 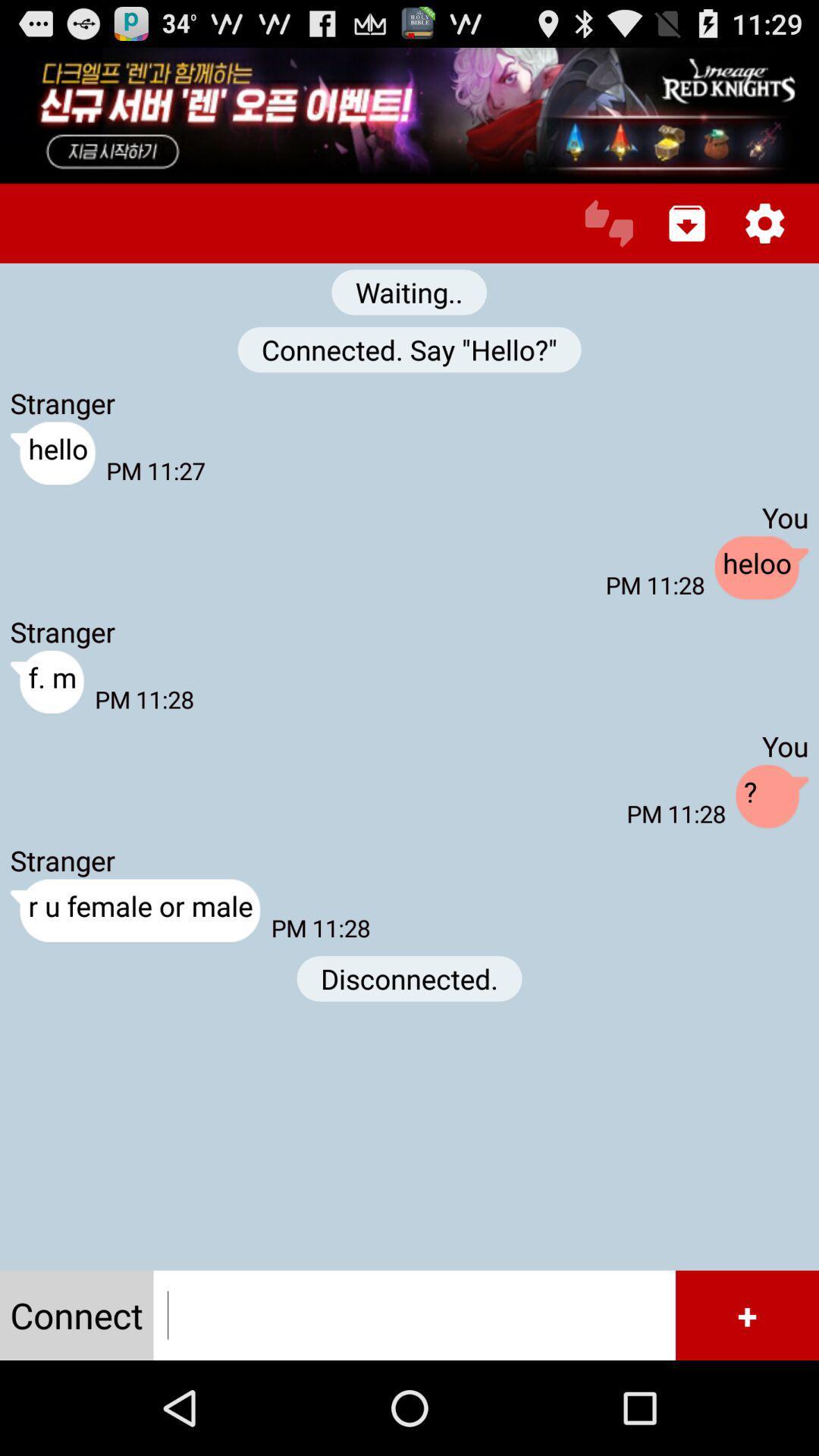 I want to click on configuration option, so click(x=764, y=222).